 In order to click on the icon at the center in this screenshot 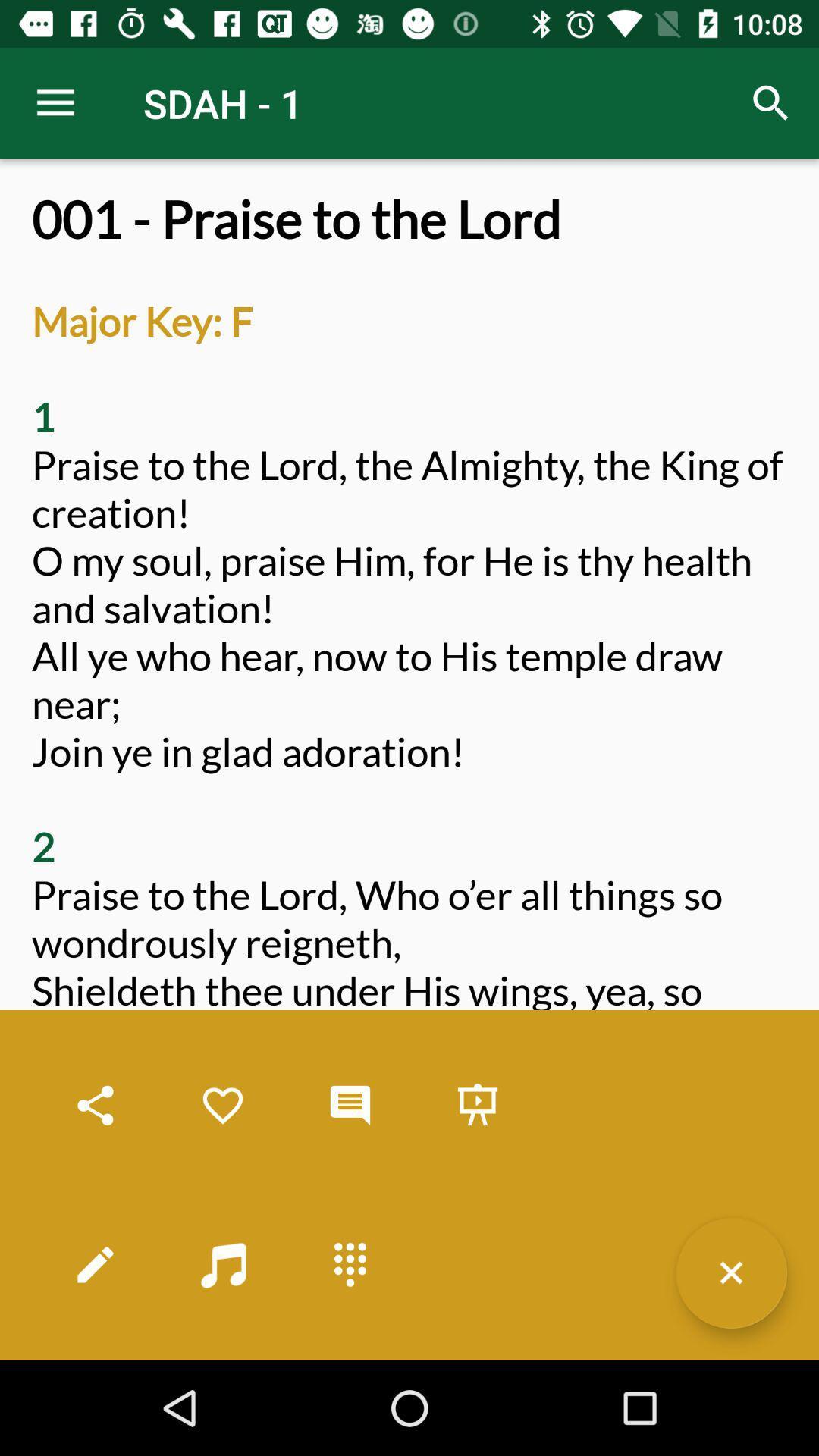, I will do `click(409, 775)`.